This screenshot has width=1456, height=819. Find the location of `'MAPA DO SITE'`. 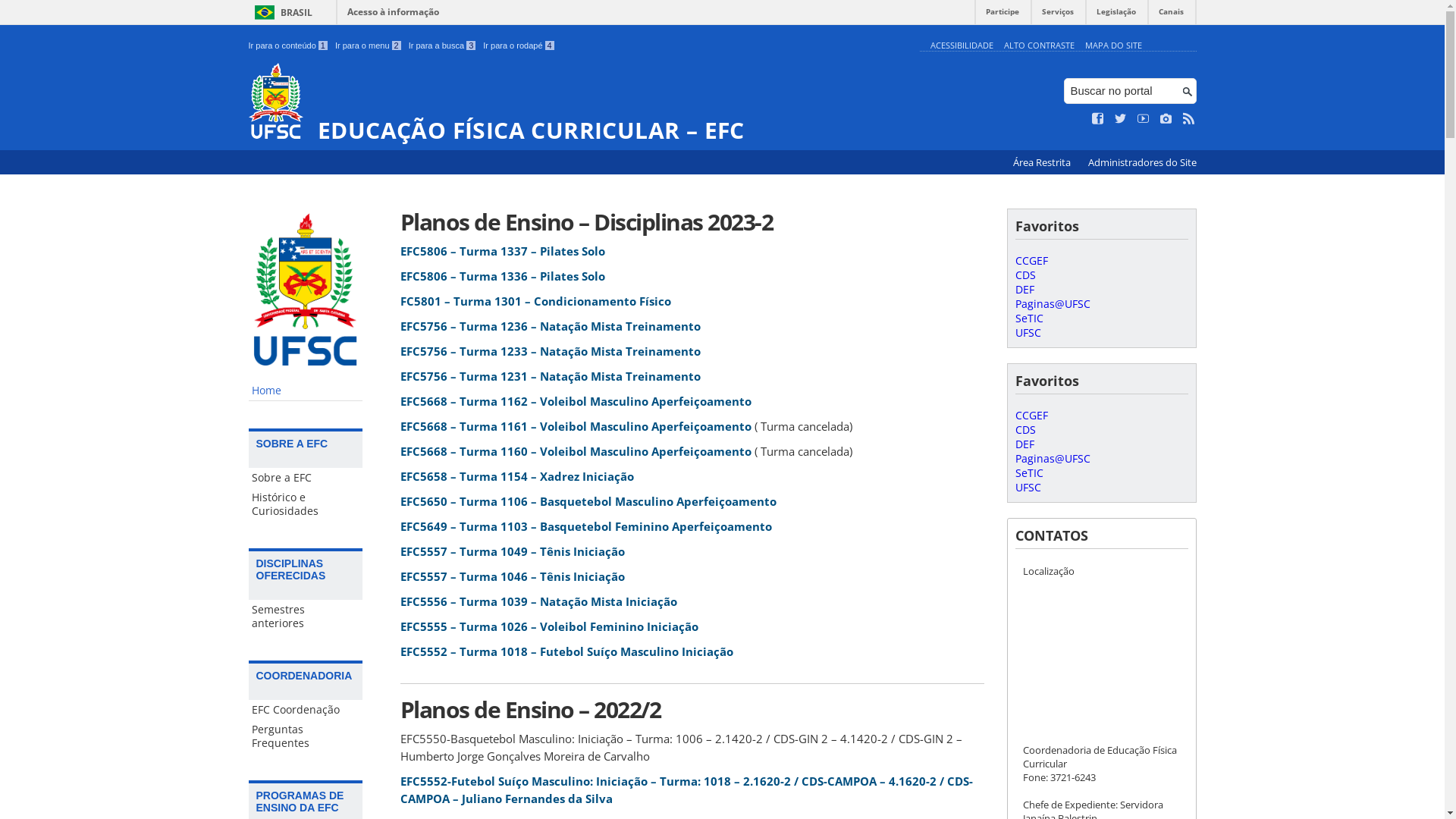

'MAPA DO SITE' is located at coordinates (1084, 44).